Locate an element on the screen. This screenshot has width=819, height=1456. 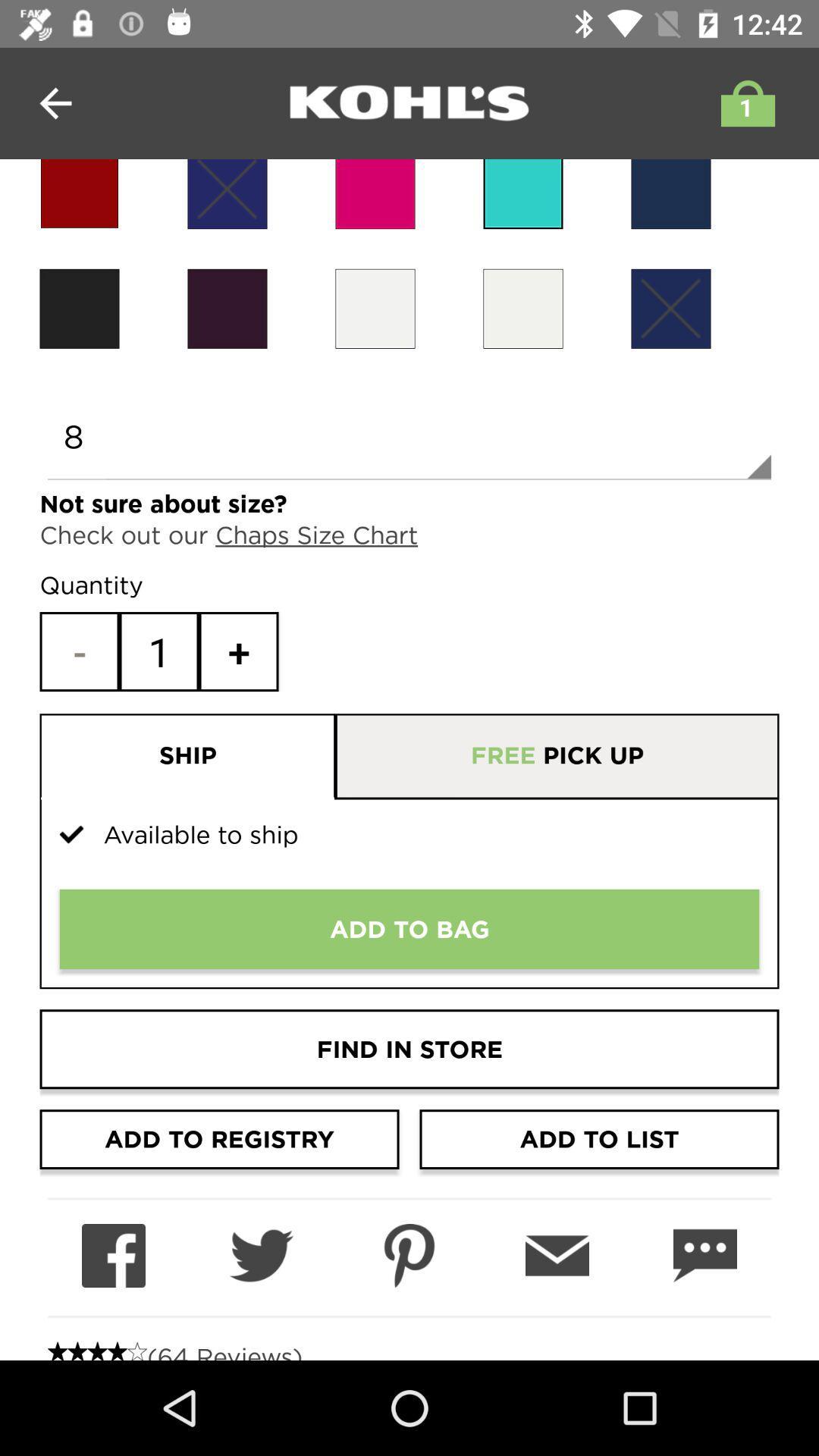
choose color is located at coordinates (522, 308).